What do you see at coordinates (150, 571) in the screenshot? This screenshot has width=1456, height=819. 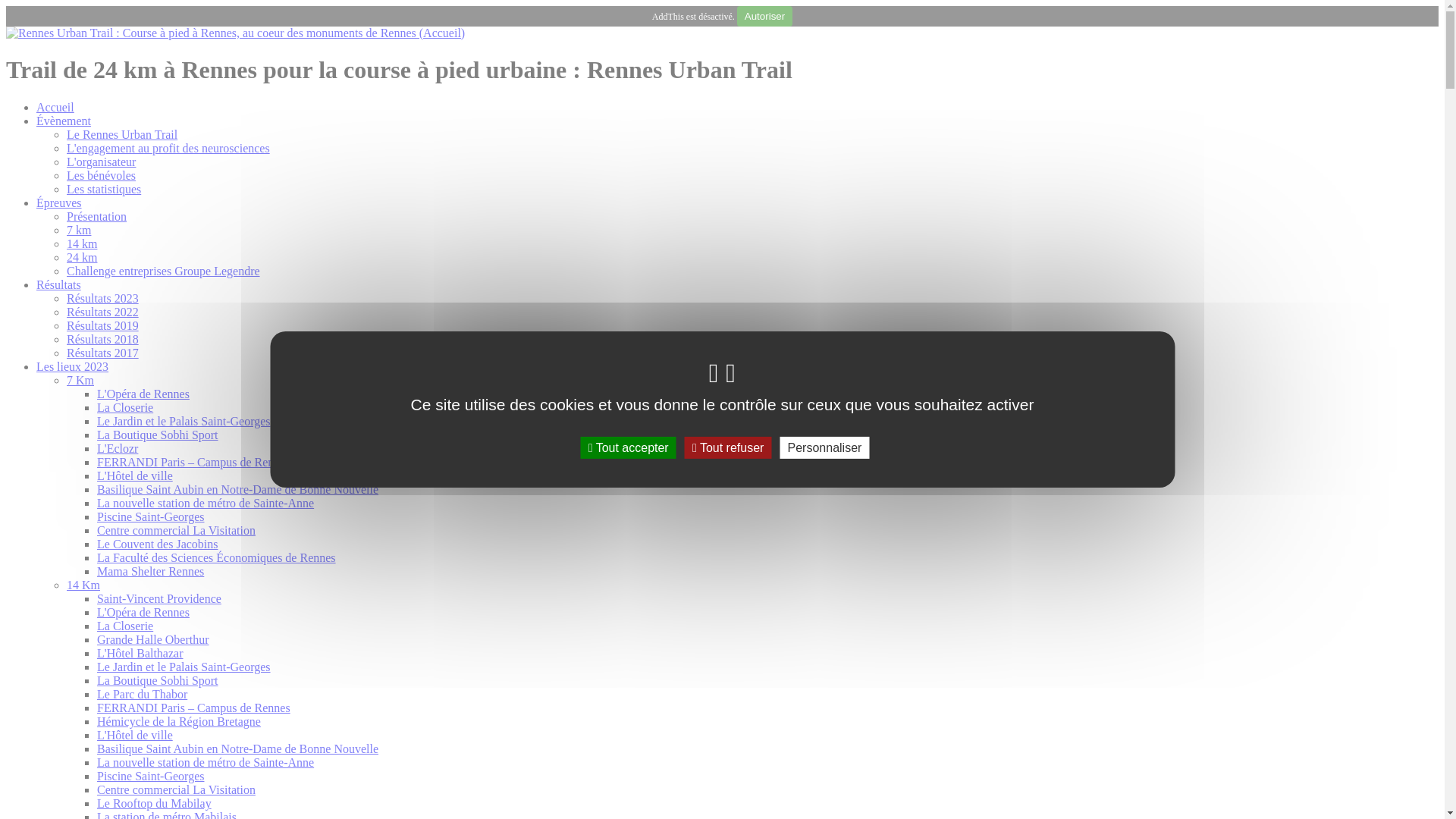 I see `'Mama Shelter Rennes'` at bounding box center [150, 571].